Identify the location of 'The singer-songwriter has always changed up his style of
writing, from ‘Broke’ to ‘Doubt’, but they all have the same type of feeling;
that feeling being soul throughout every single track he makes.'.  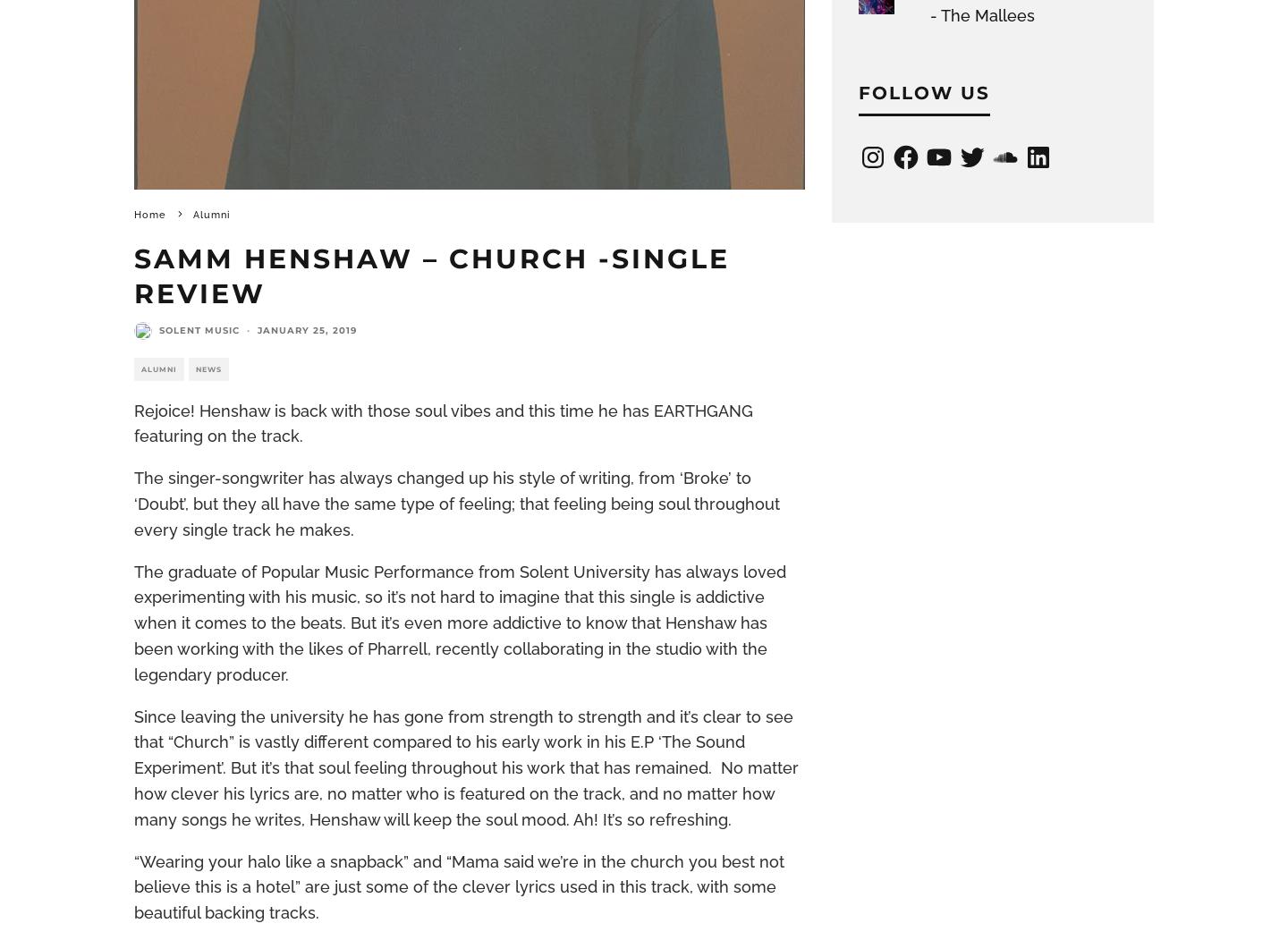
(456, 502).